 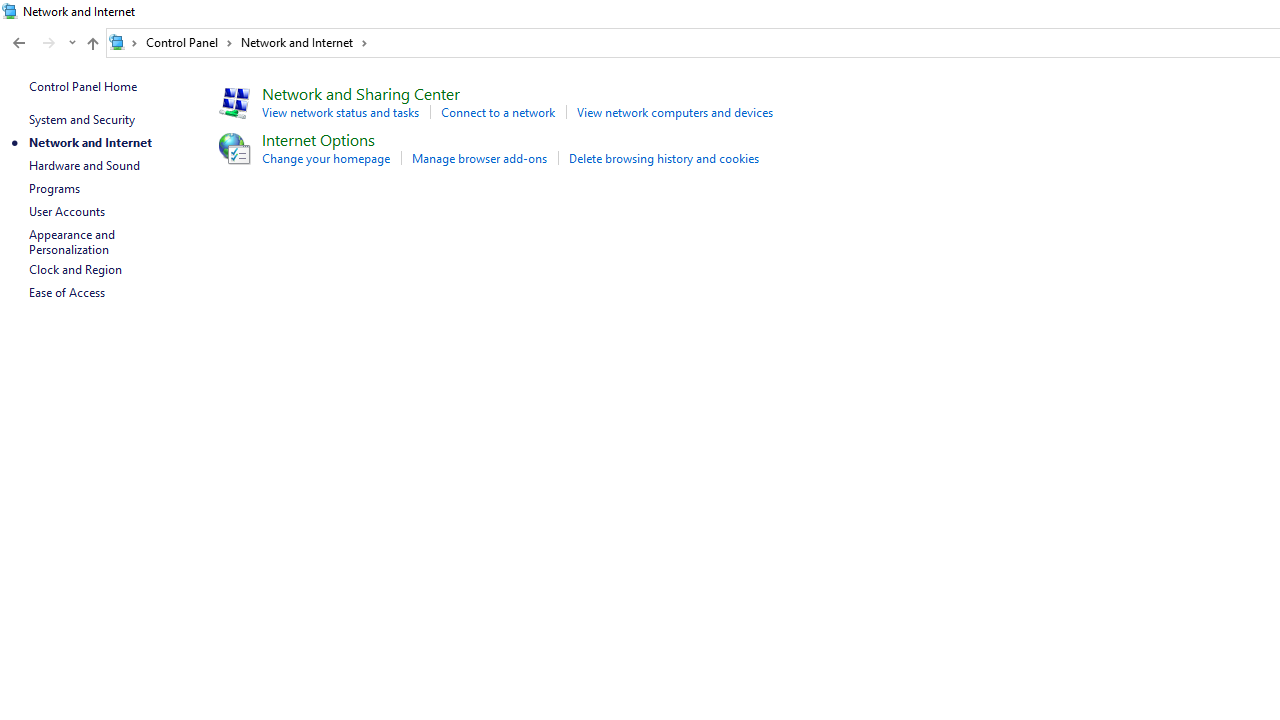 What do you see at coordinates (67, 211) in the screenshot?
I see `'User Accounts'` at bounding box center [67, 211].